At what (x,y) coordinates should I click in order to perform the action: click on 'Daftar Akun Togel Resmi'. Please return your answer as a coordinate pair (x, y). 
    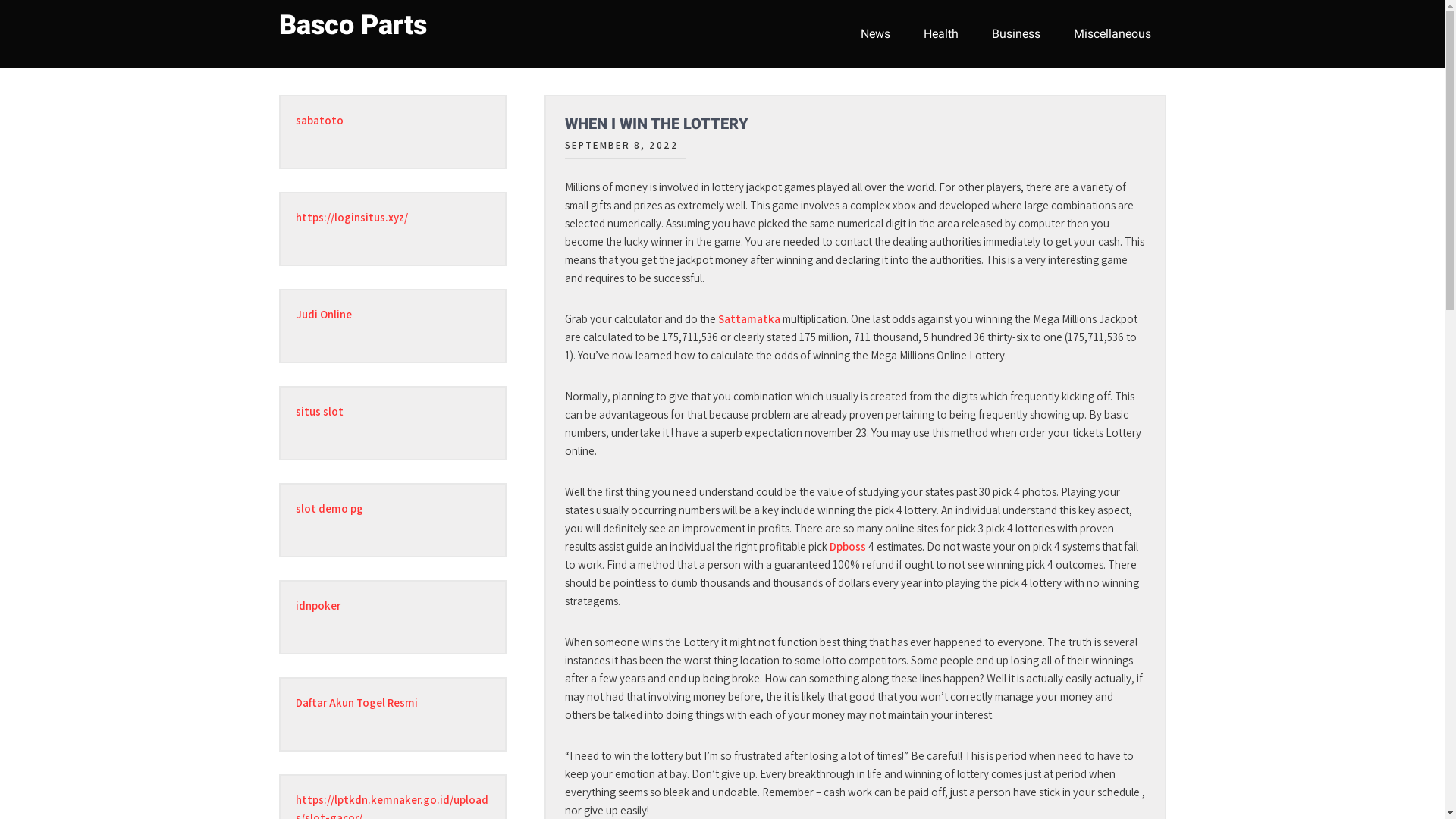
    Looking at the image, I should click on (356, 702).